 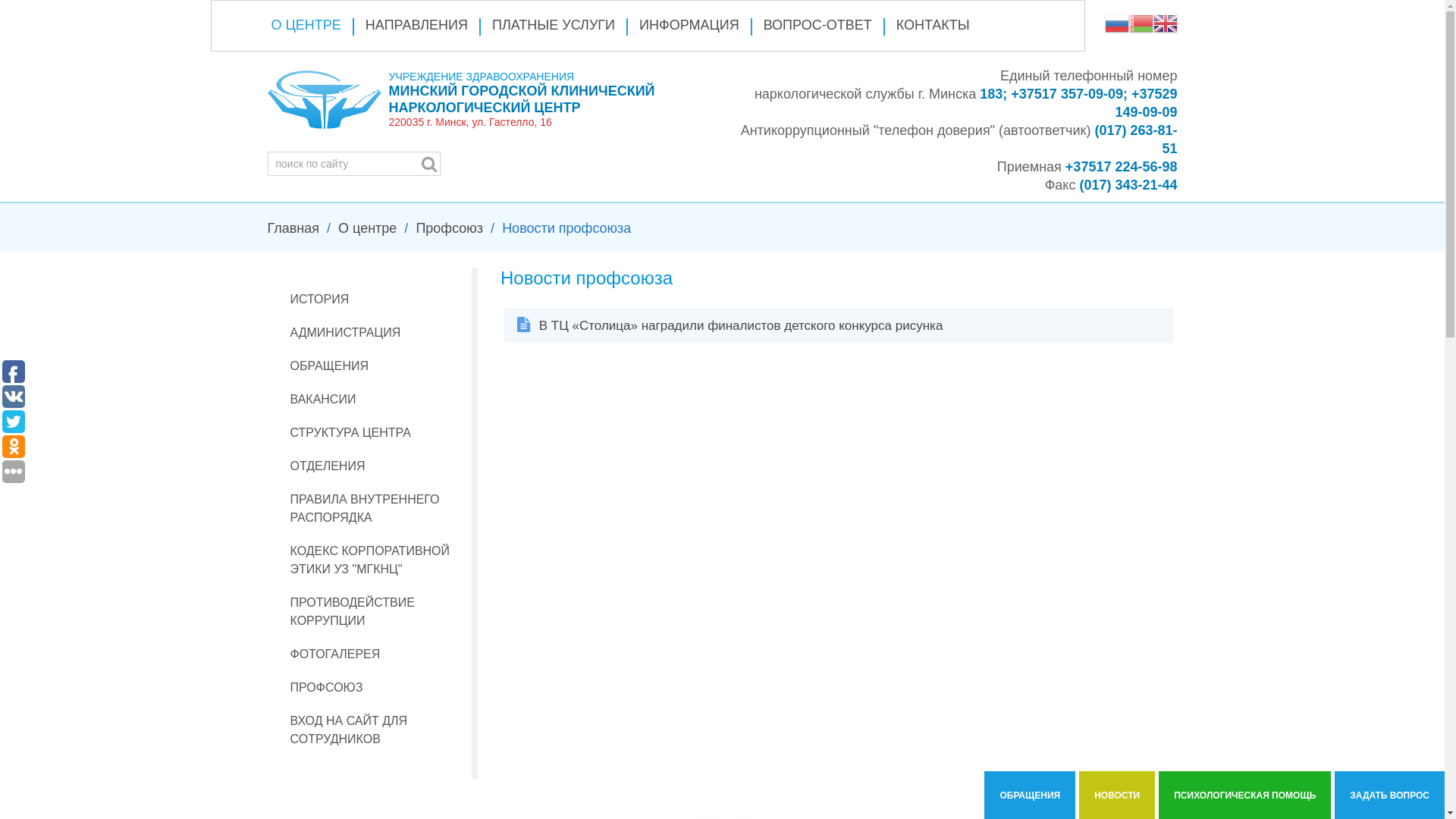 I want to click on 'Belarusian', so click(x=1140, y=23).